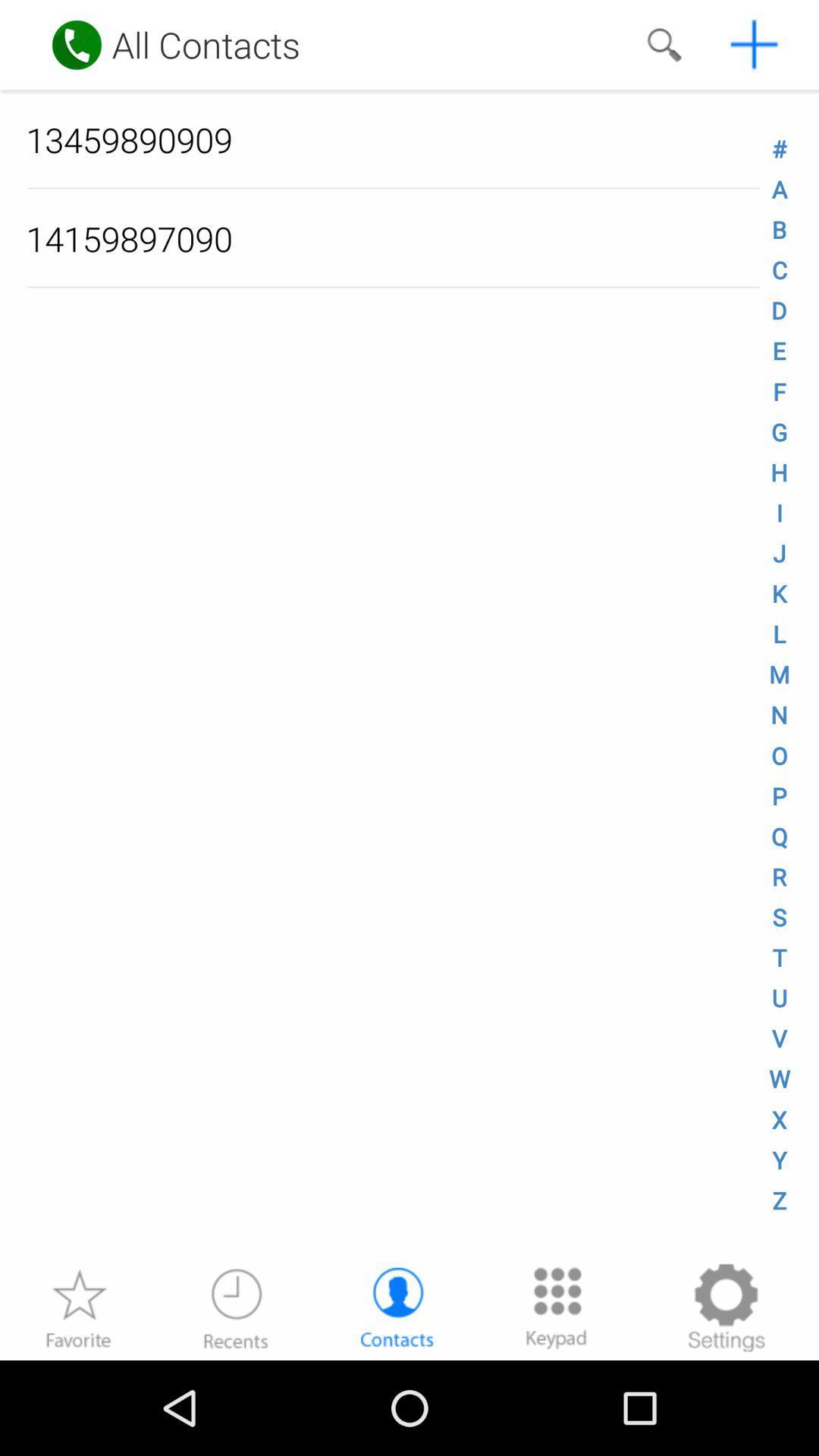 This screenshot has width=819, height=1456. What do you see at coordinates (78, 1307) in the screenshot?
I see `favorites` at bounding box center [78, 1307].